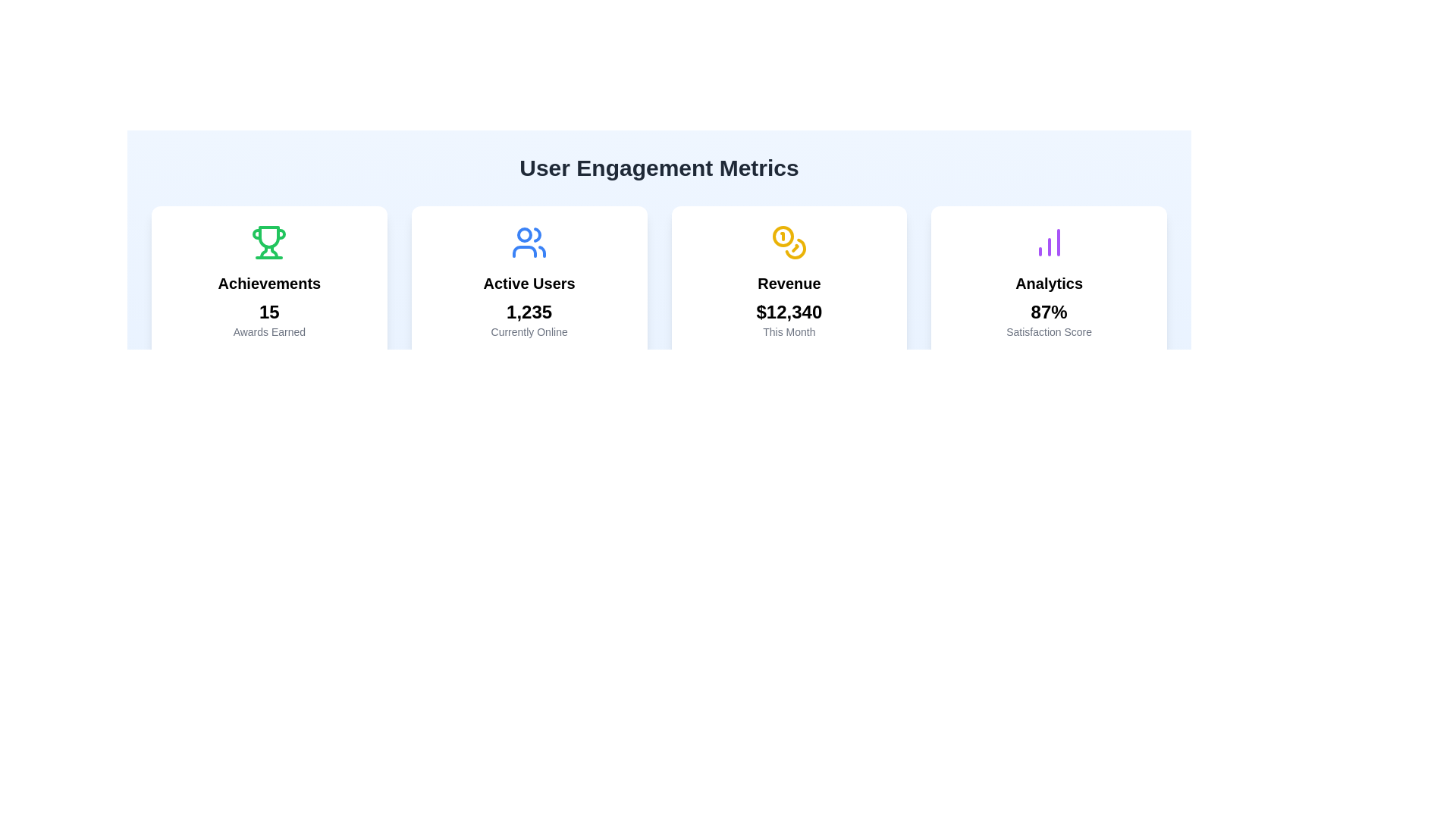 Image resolution: width=1456 pixels, height=819 pixels. Describe the element at coordinates (269, 237) in the screenshot. I see `the trophy base SVG element located in the first card labeled 'Achievements', which is characterized by its rectangular form with a rounded top` at that location.